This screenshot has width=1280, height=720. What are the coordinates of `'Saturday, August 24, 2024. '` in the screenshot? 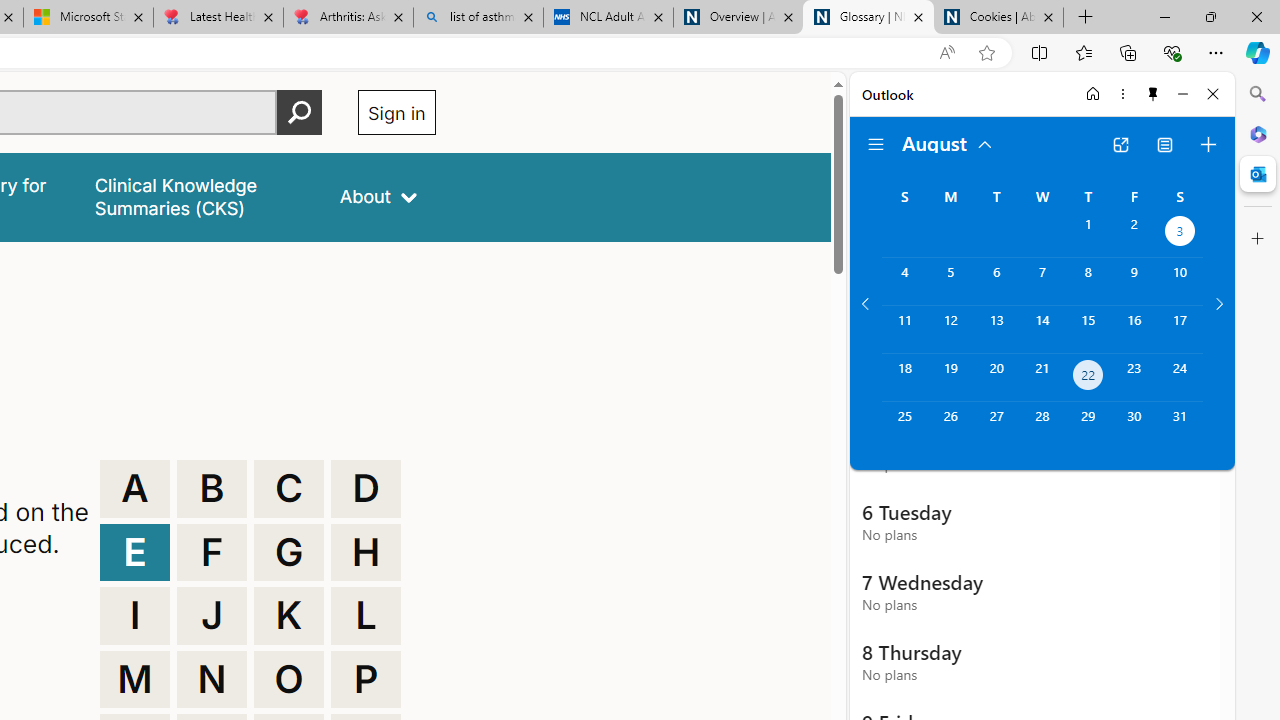 It's located at (1180, 377).